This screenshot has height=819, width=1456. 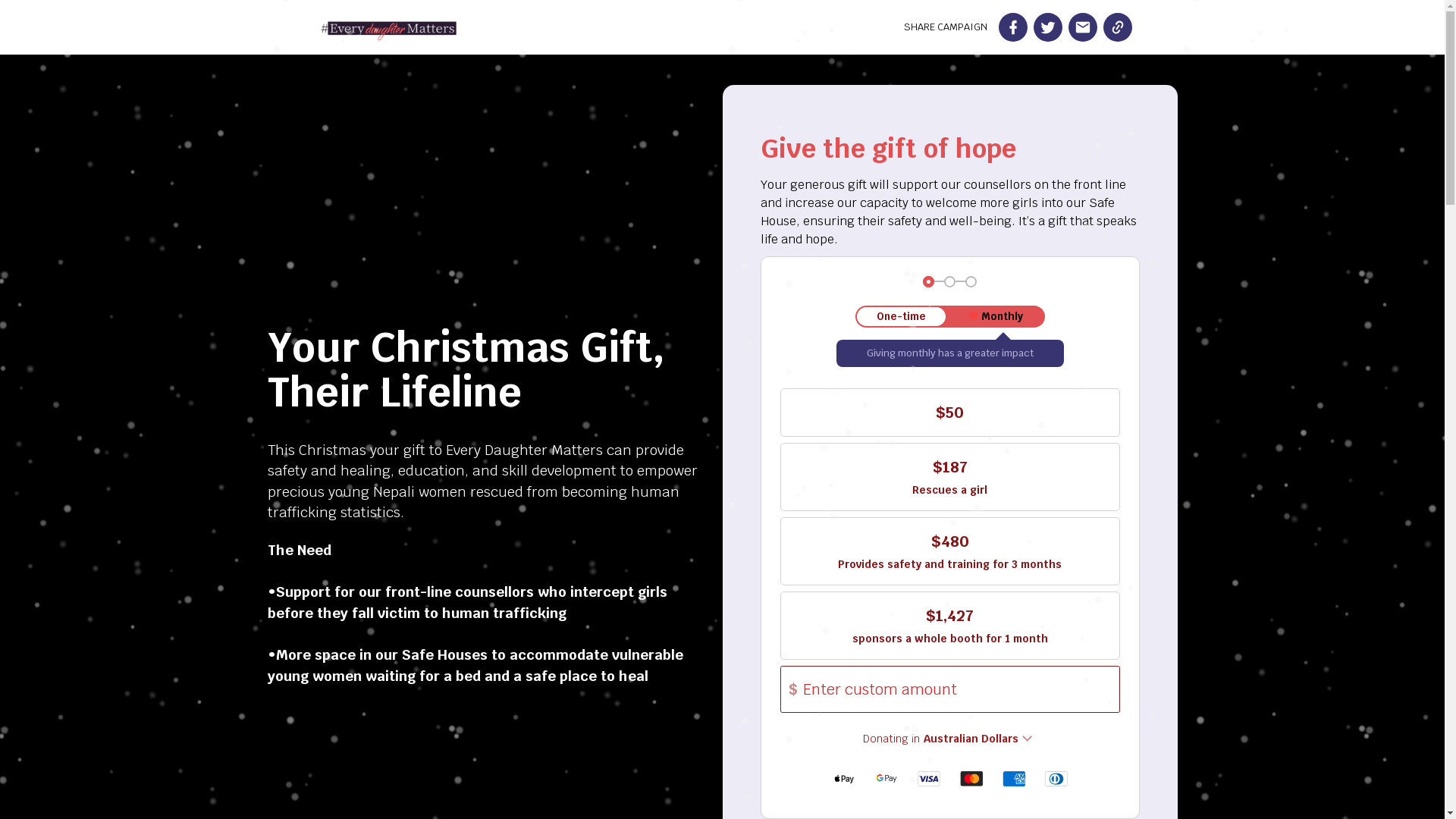 What do you see at coordinates (779, 475) in the screenshot?
I see `'$187` at bounding box center [779, 475].